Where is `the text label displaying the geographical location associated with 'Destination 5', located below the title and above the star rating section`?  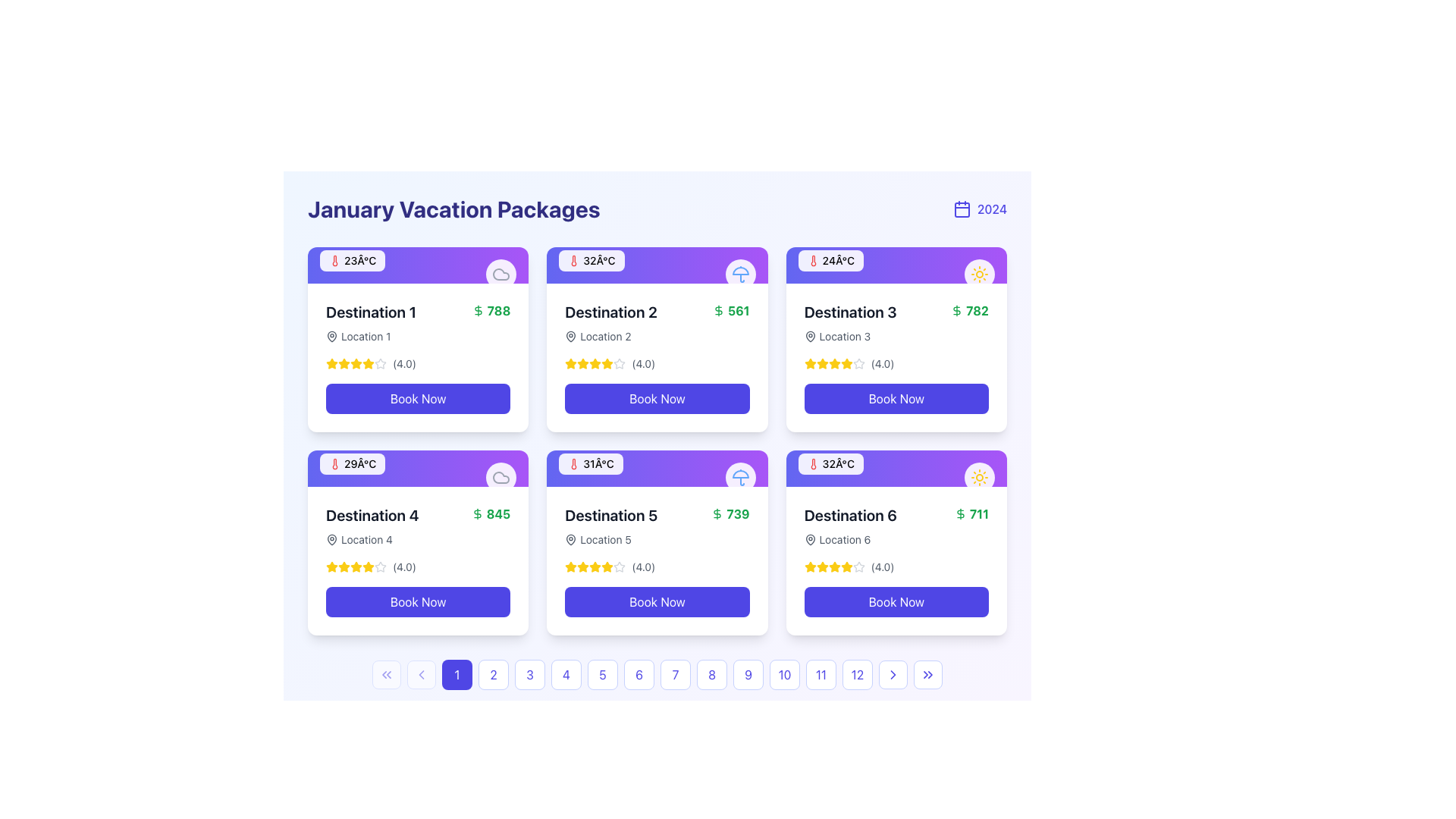
the text label displaying the geographical location associated with 'Destination 5', located below the title and above the star rating section is located at coordinates (611, 539).